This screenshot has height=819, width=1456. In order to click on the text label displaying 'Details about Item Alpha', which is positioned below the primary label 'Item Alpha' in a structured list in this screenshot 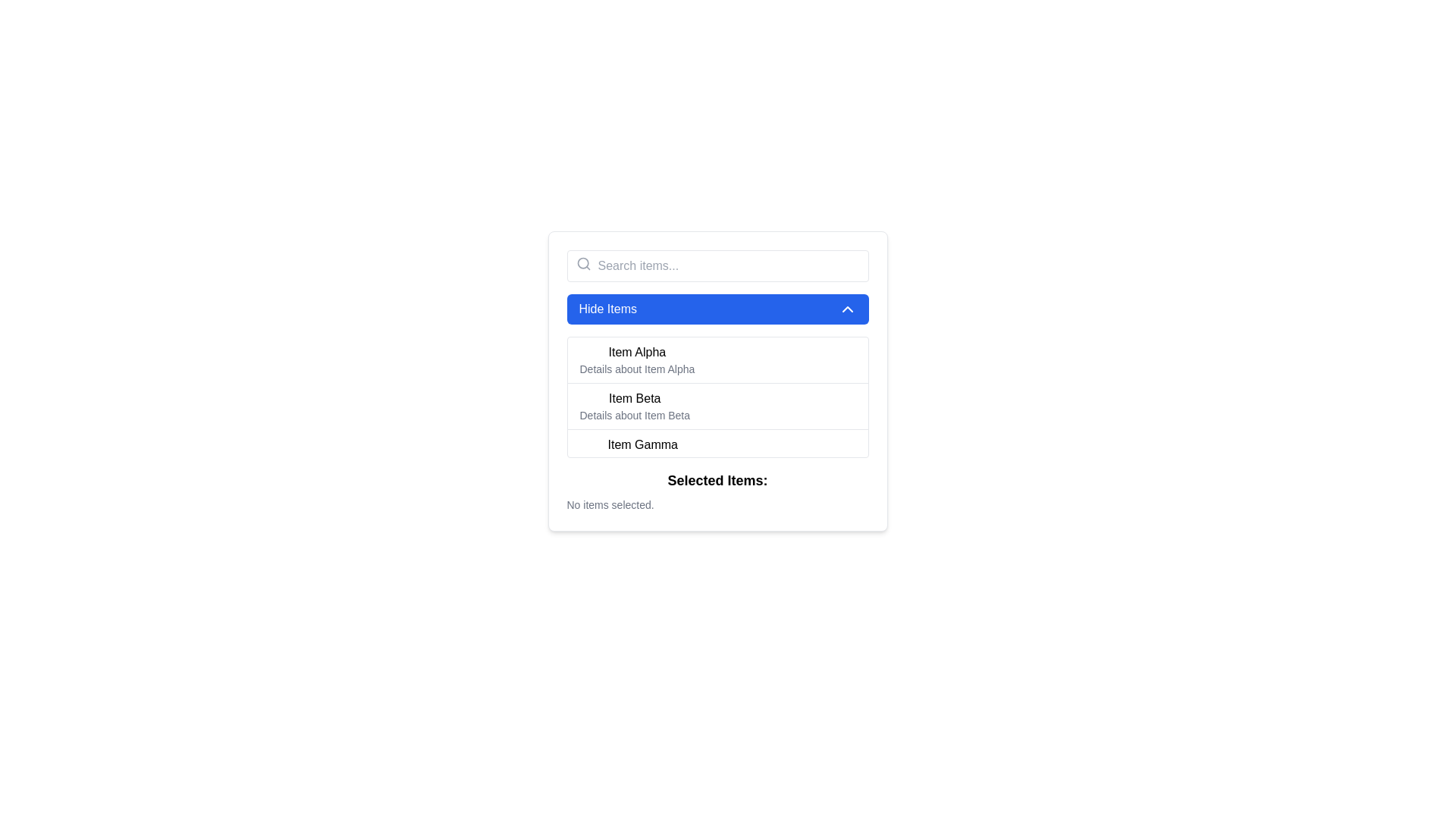, I will do `click(637, 369)`.